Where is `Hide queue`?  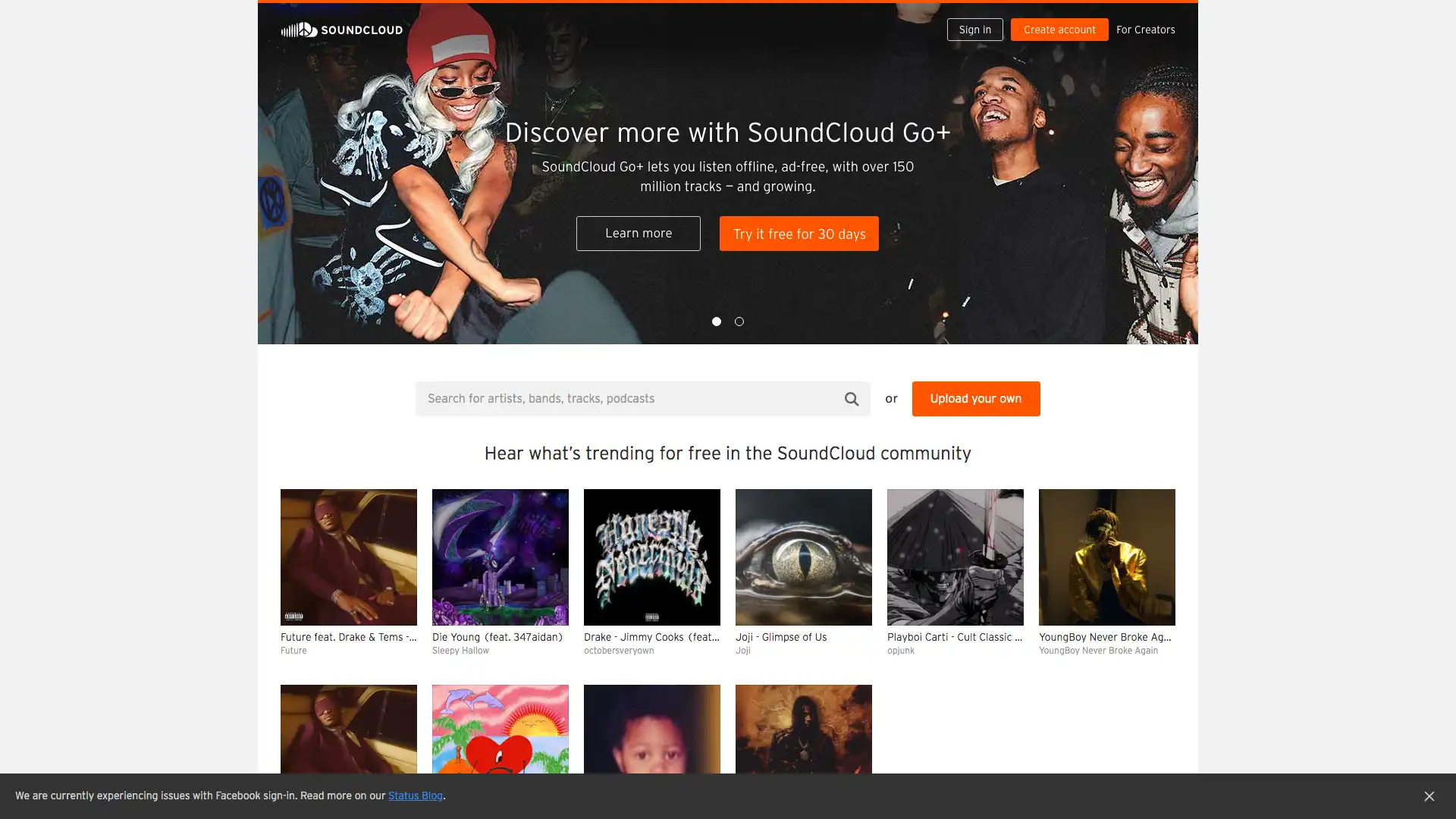
Hide queue is located at coordinates (1165, 414).